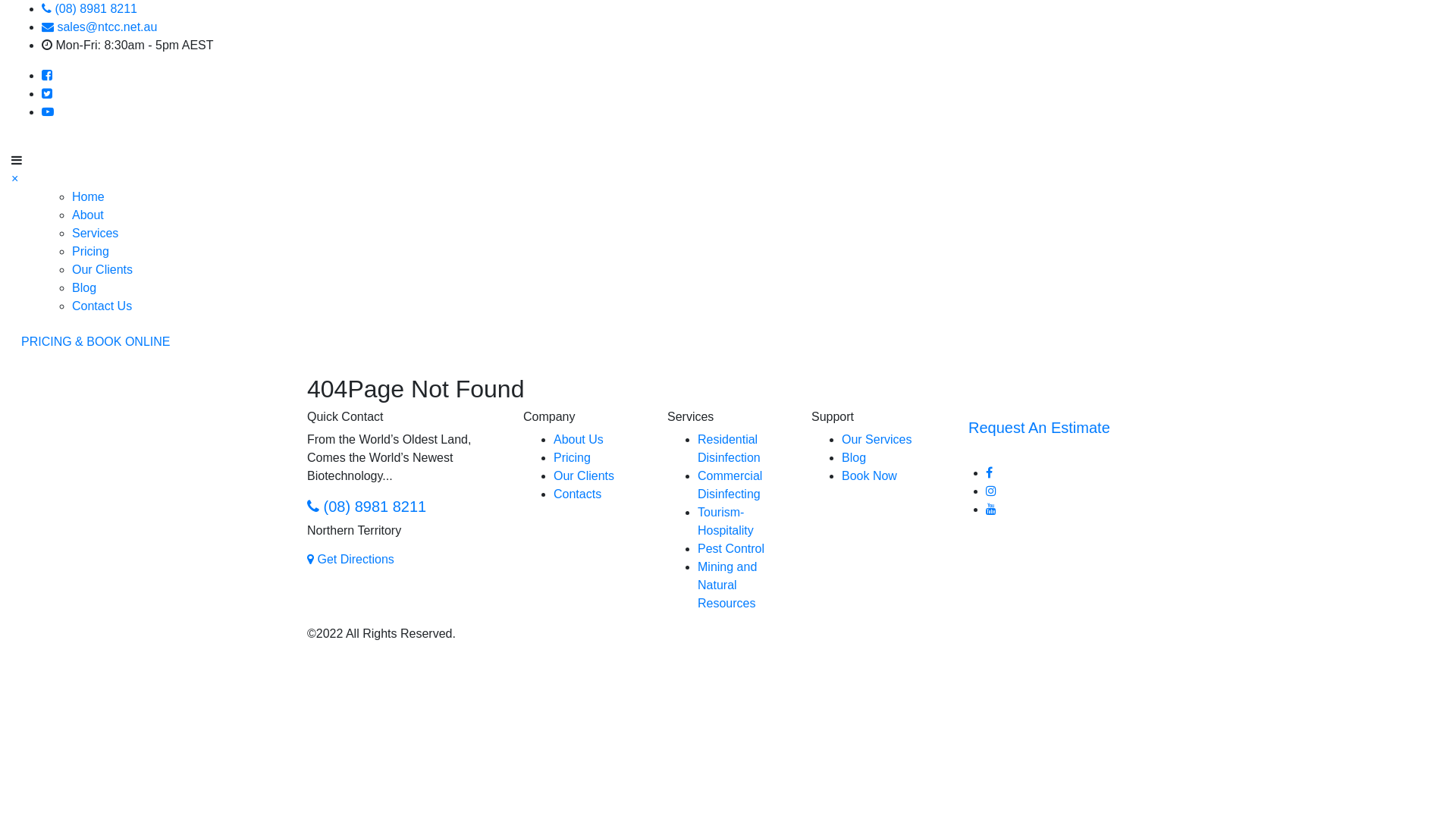 The width and height of the screenshot is (1456, 819). Describe the element at coordinates (731, 548) in the screenshot. I see `'Pest Control'` at that location.